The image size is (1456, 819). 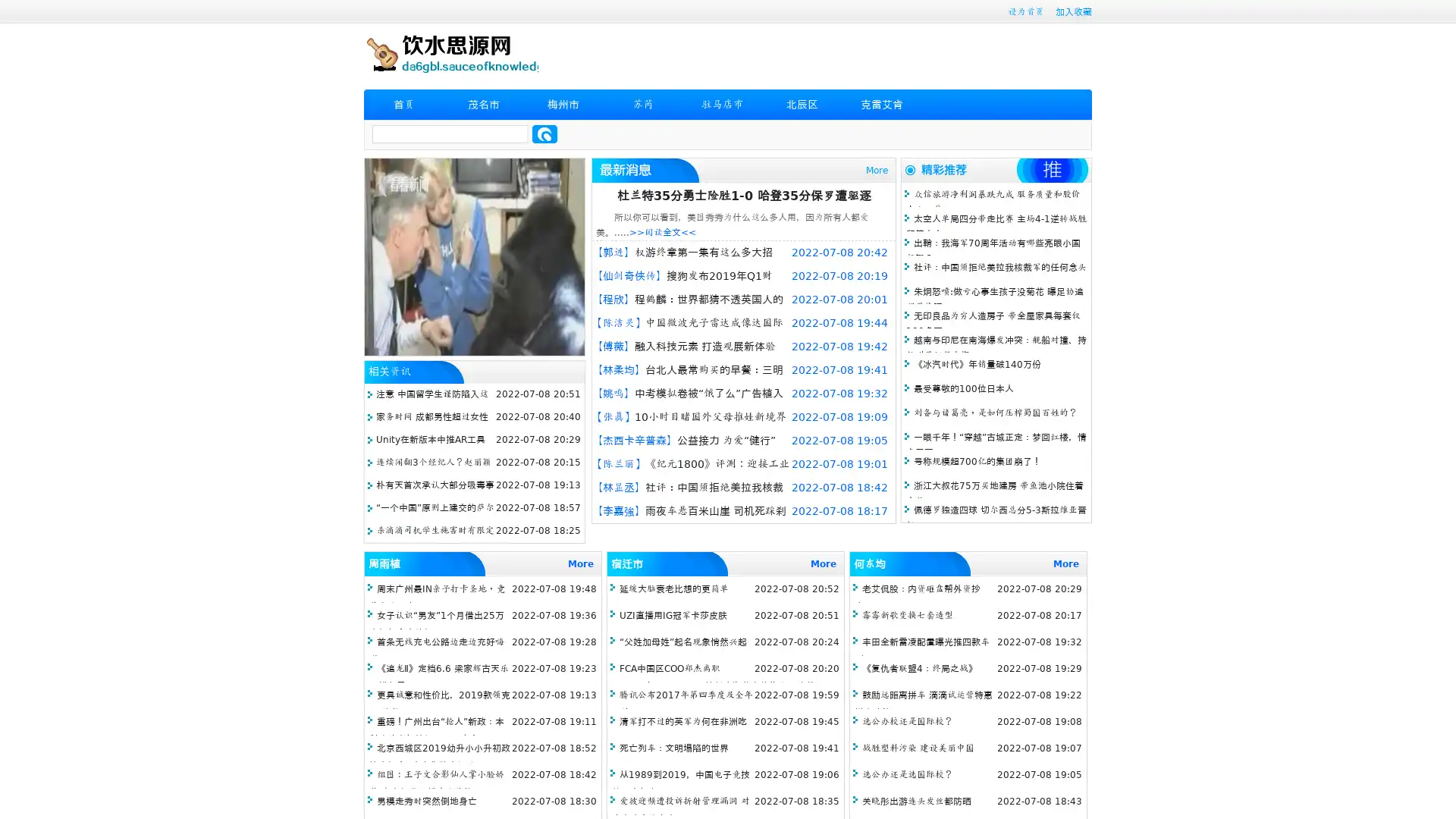 I want to click on Search, so click(x=544, y=133).